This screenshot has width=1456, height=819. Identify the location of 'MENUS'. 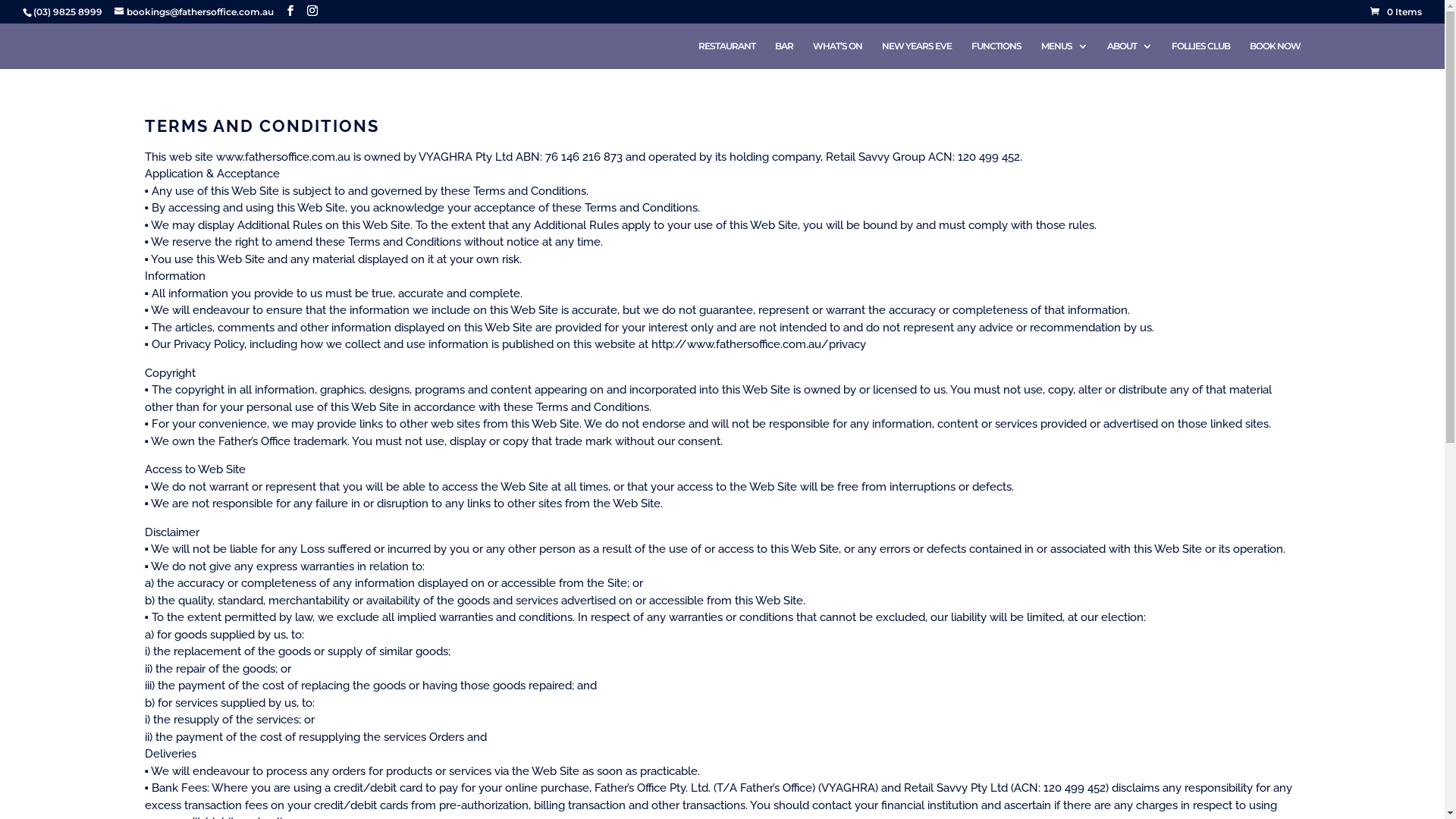
(1062, 54).